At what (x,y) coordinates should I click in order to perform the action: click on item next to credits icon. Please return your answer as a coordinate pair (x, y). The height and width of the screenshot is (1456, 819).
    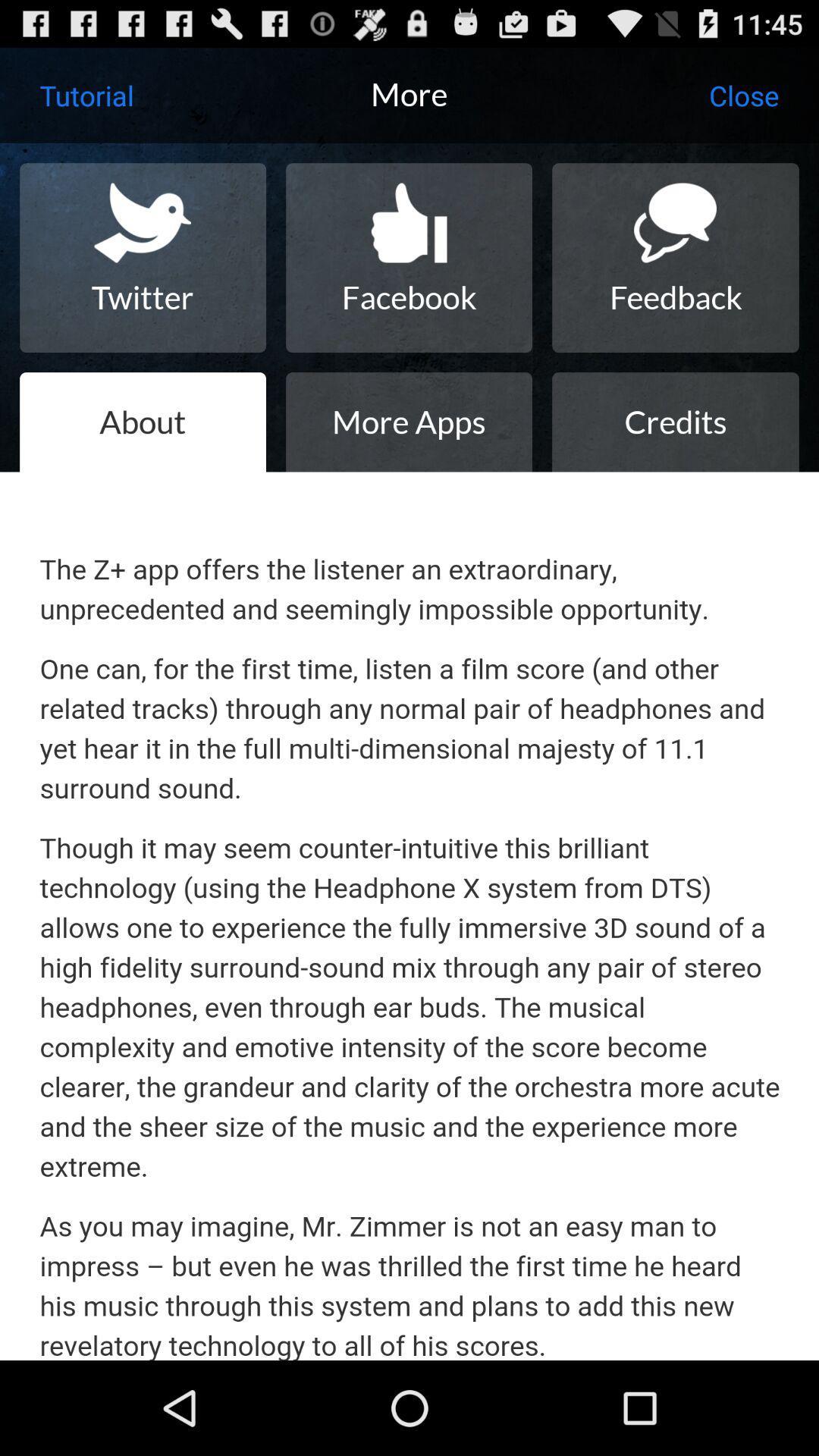
    Looking at the image, I should click on (408, 422).